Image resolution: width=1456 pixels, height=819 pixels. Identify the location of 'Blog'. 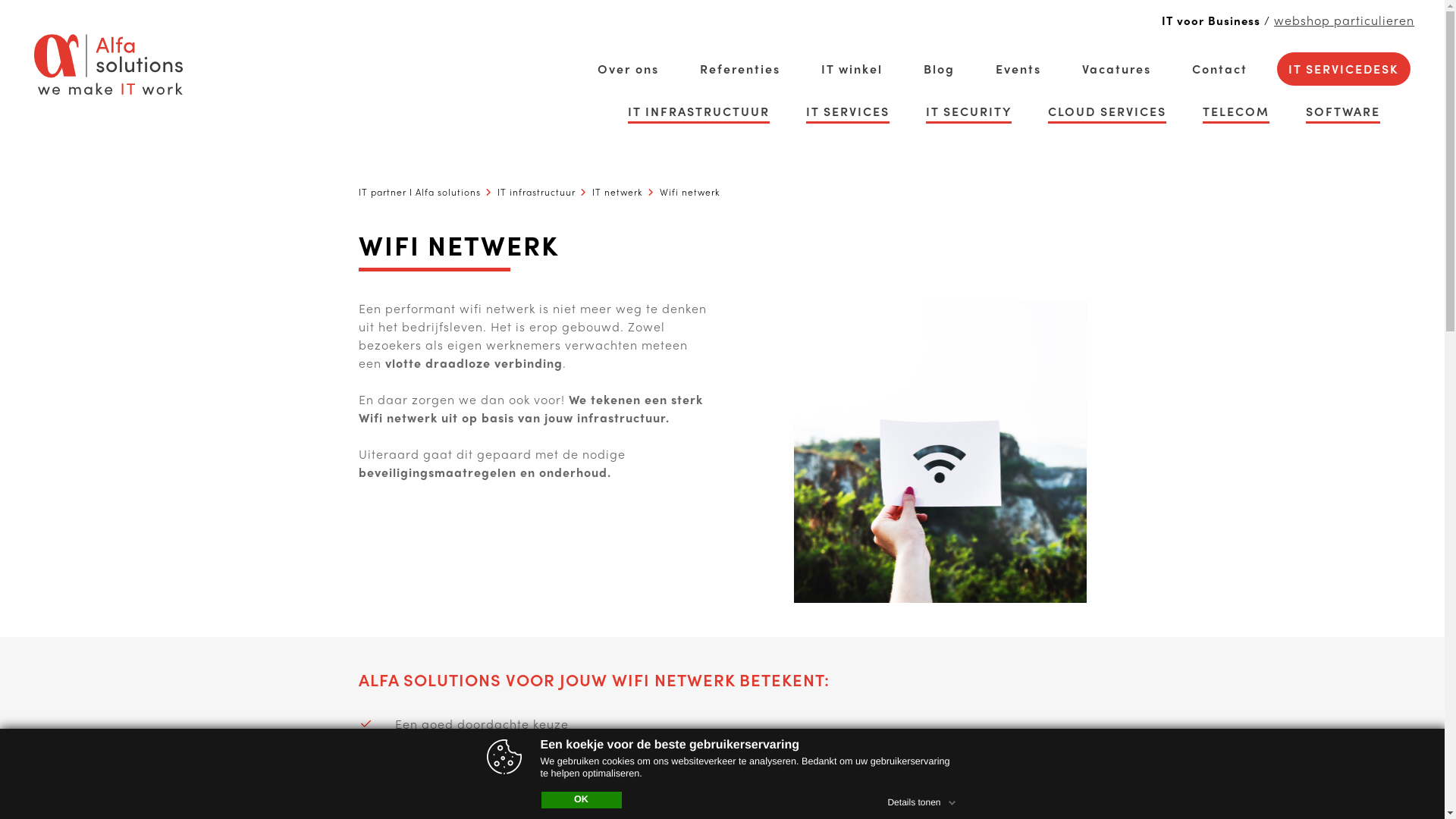
(938, 69).